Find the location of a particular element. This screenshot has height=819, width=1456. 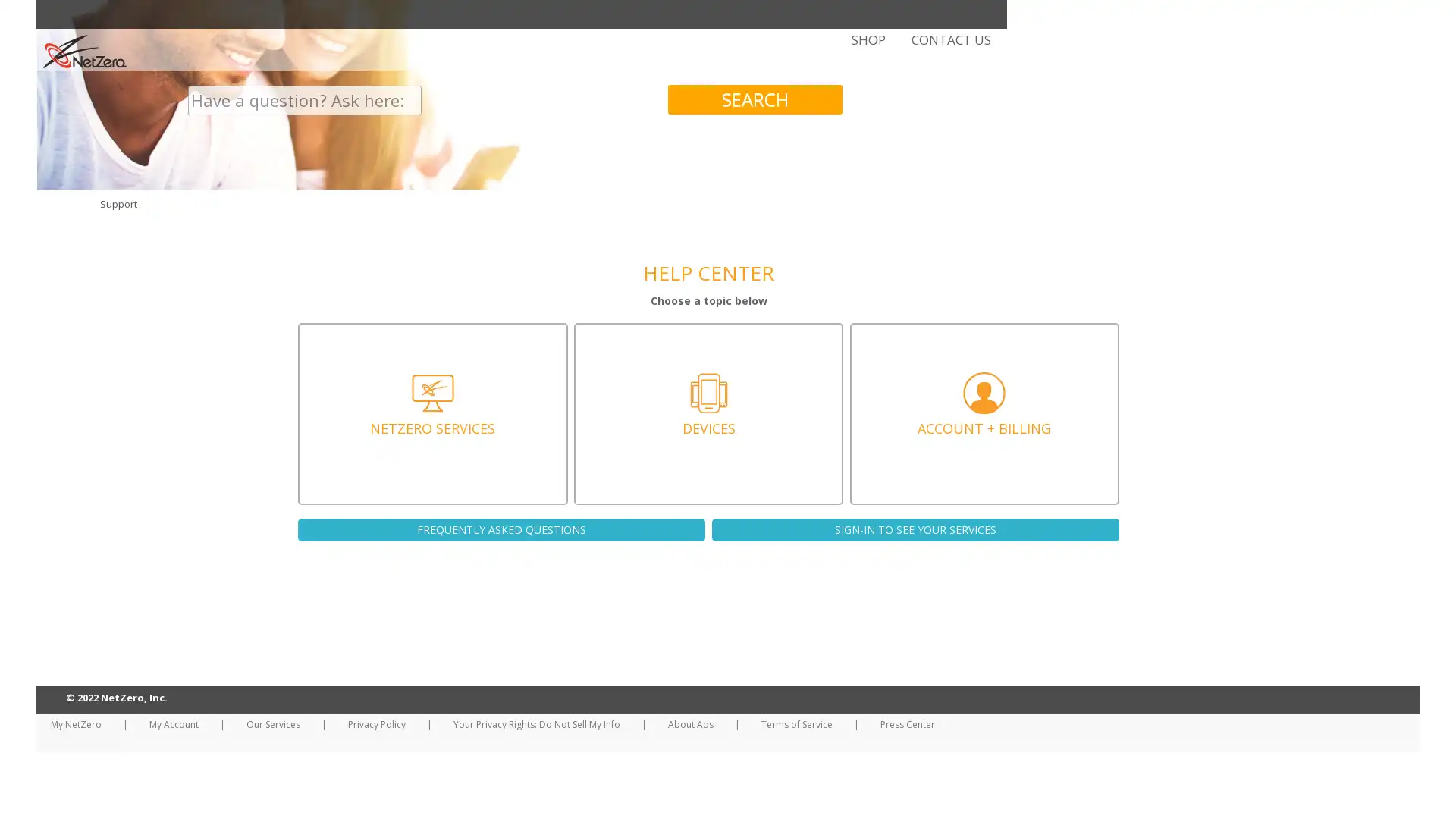

SEARCH is located at coordinates (755, 99).